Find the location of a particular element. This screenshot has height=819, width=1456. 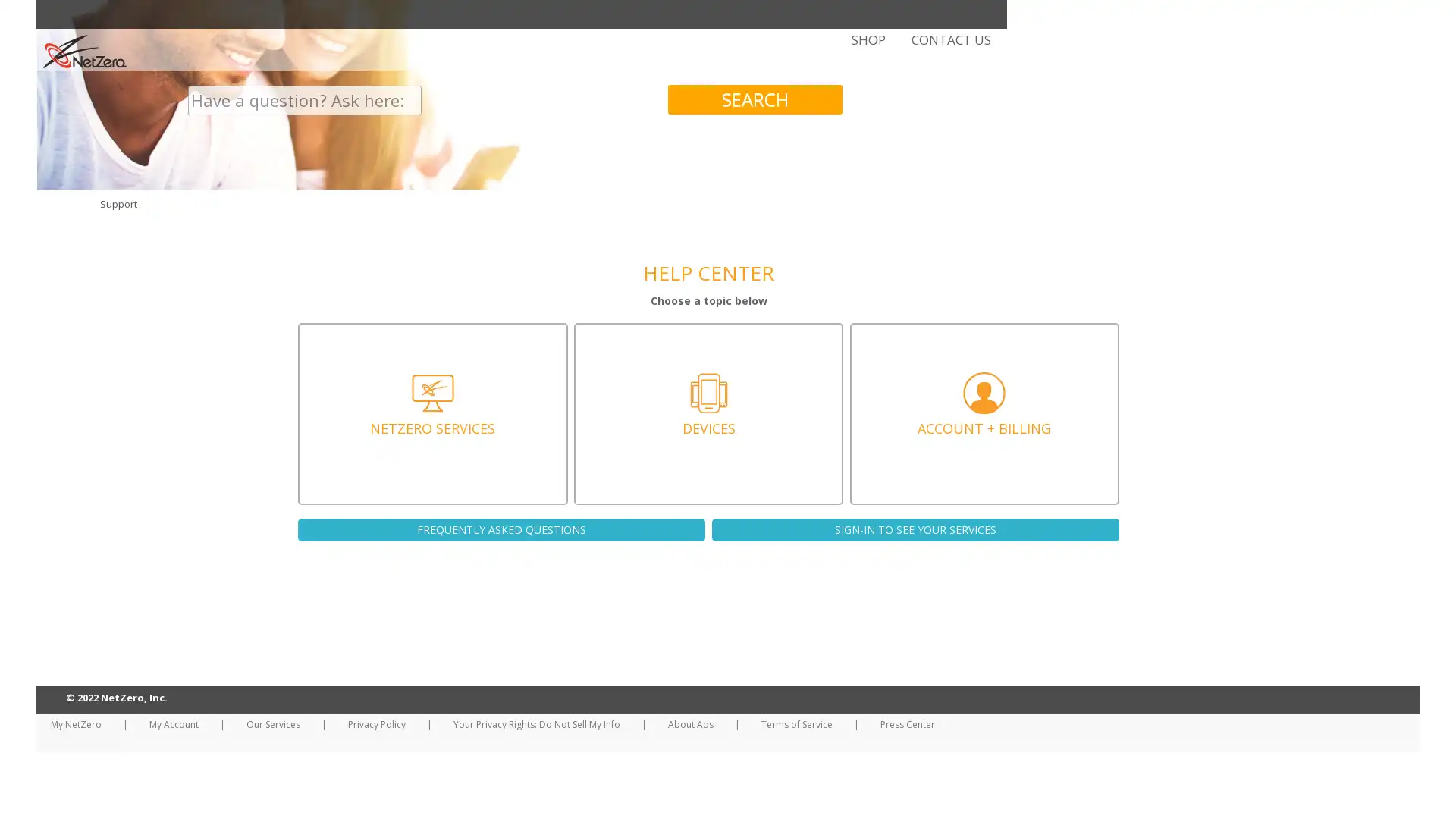

SEARCH is located at coordinates (755, 99).